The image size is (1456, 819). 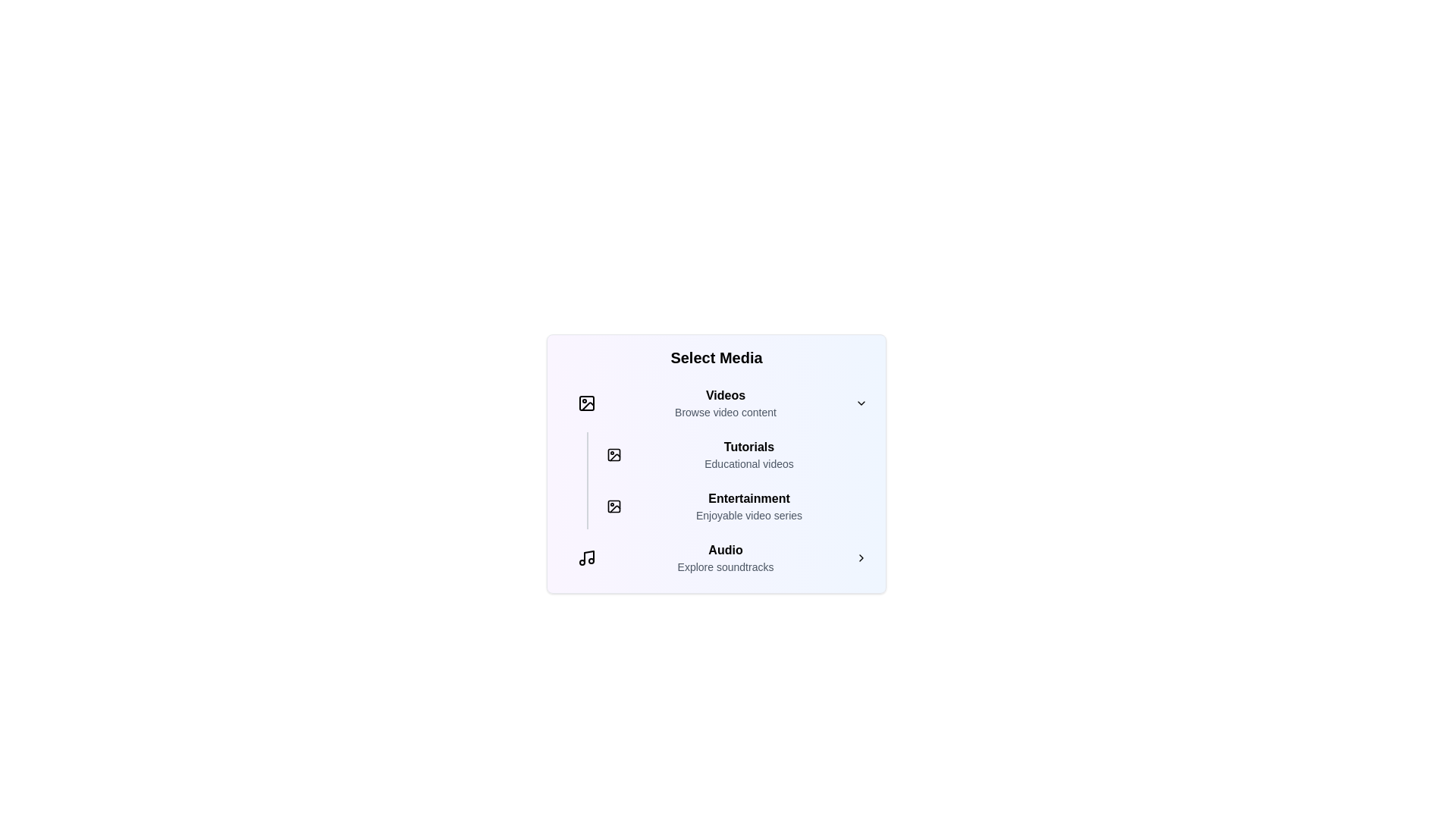 What do you see at coordinates (614, 454) in the screenshot?
I see `the 'Tutorials' icon located in the second option of the 'Select Media' menu, which is positioned adjacent` at bounding box center [614, 454].